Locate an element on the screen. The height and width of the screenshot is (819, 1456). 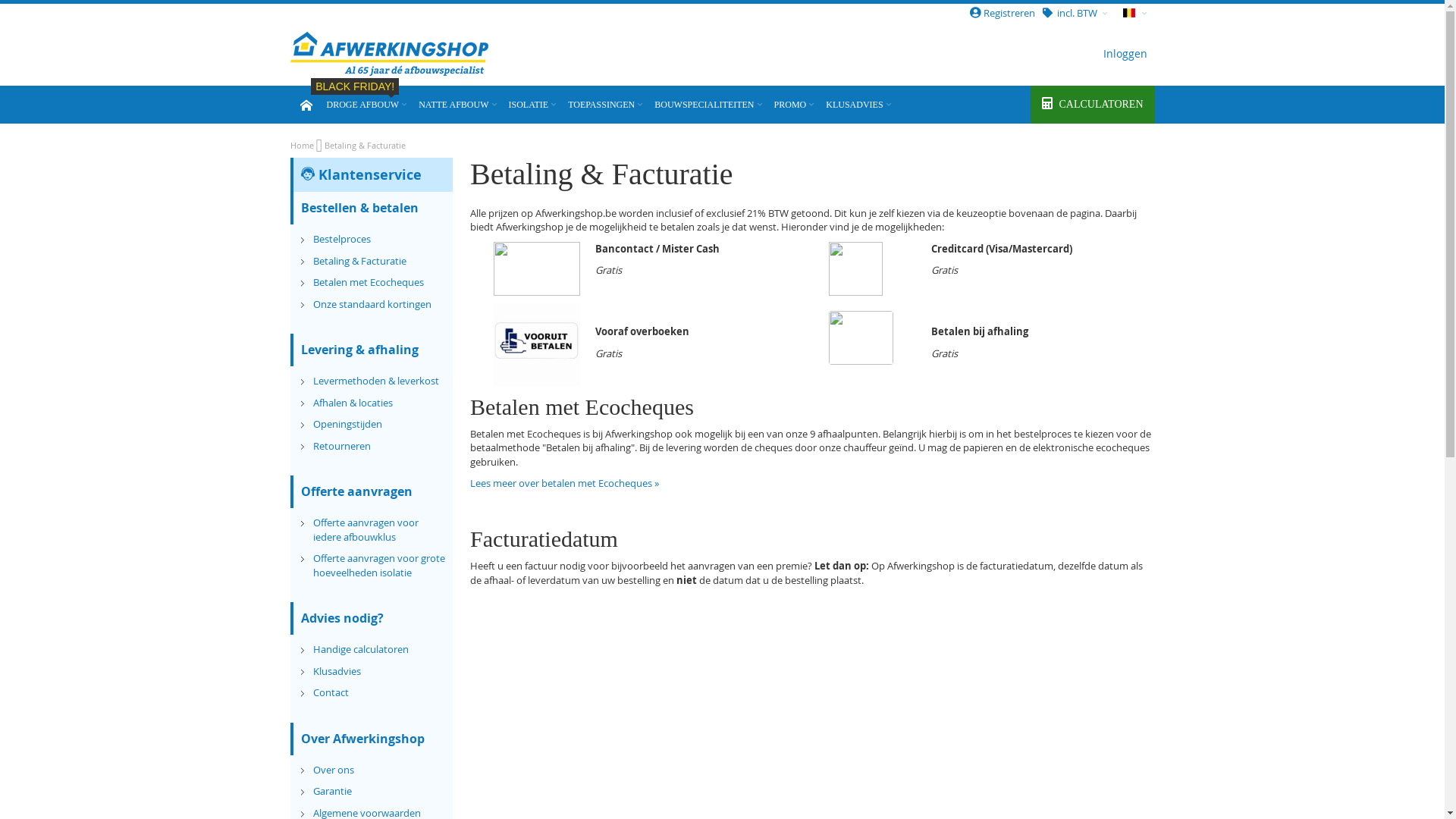
'Klusadvies' is located at coordinates (335, 670).